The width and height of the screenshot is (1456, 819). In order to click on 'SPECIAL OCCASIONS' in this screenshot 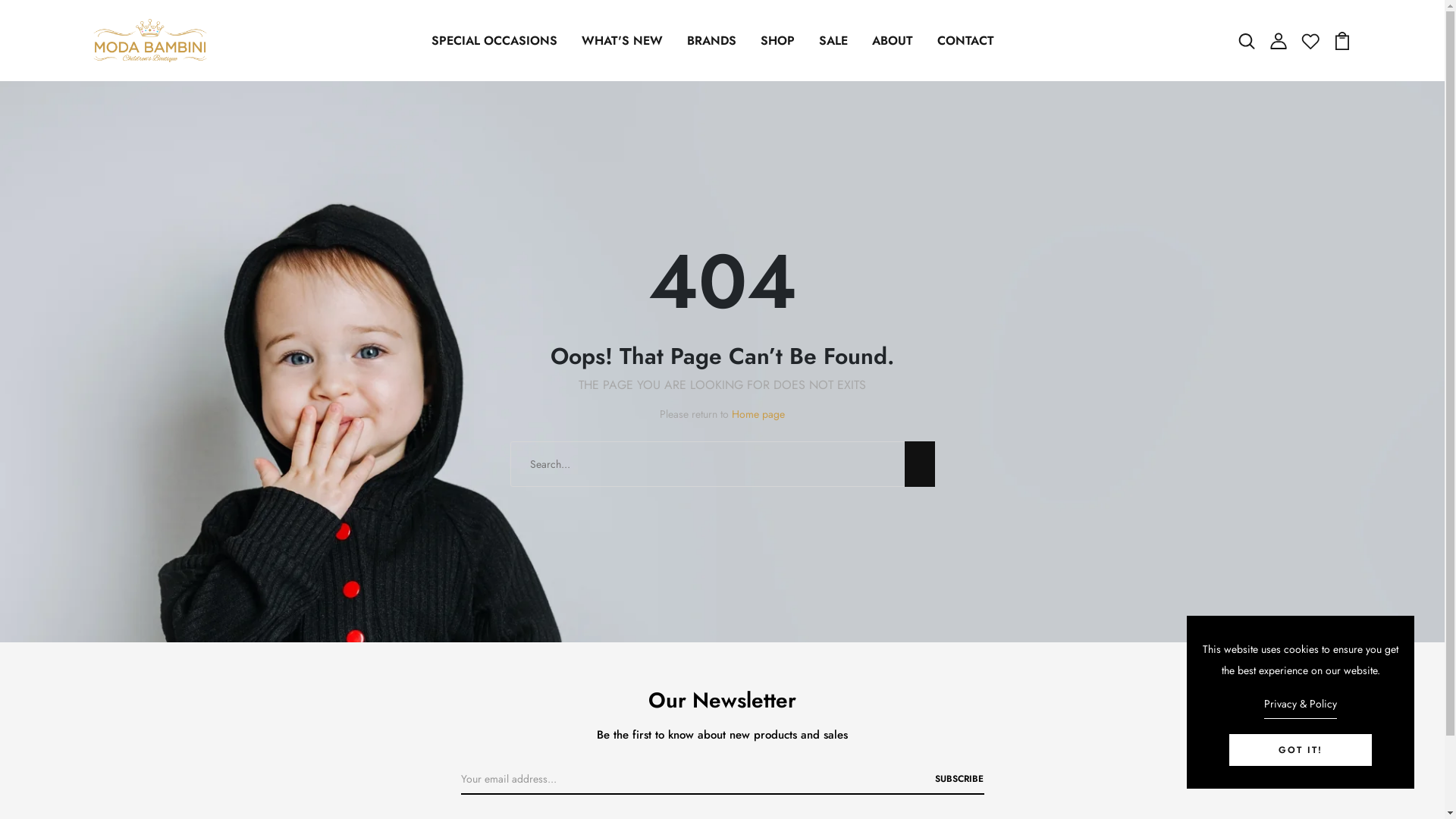, I will do `click(494, 40)`.